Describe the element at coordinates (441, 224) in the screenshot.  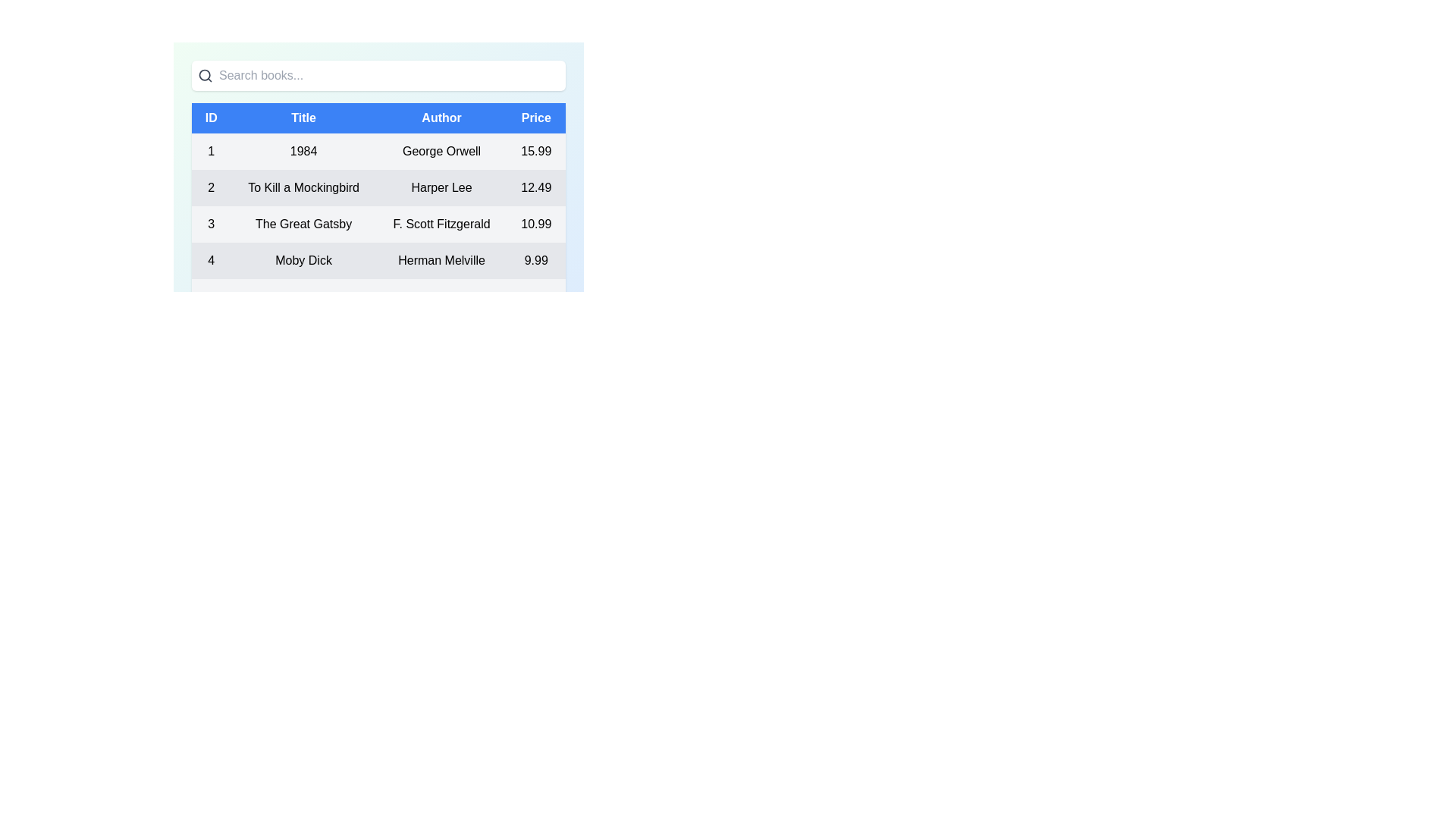
I see `text displayed in the 'Author' column of the table for the book 'The Great Gatsby', which is located in the third row between the 'Title' and 'Price' columns` at that location.